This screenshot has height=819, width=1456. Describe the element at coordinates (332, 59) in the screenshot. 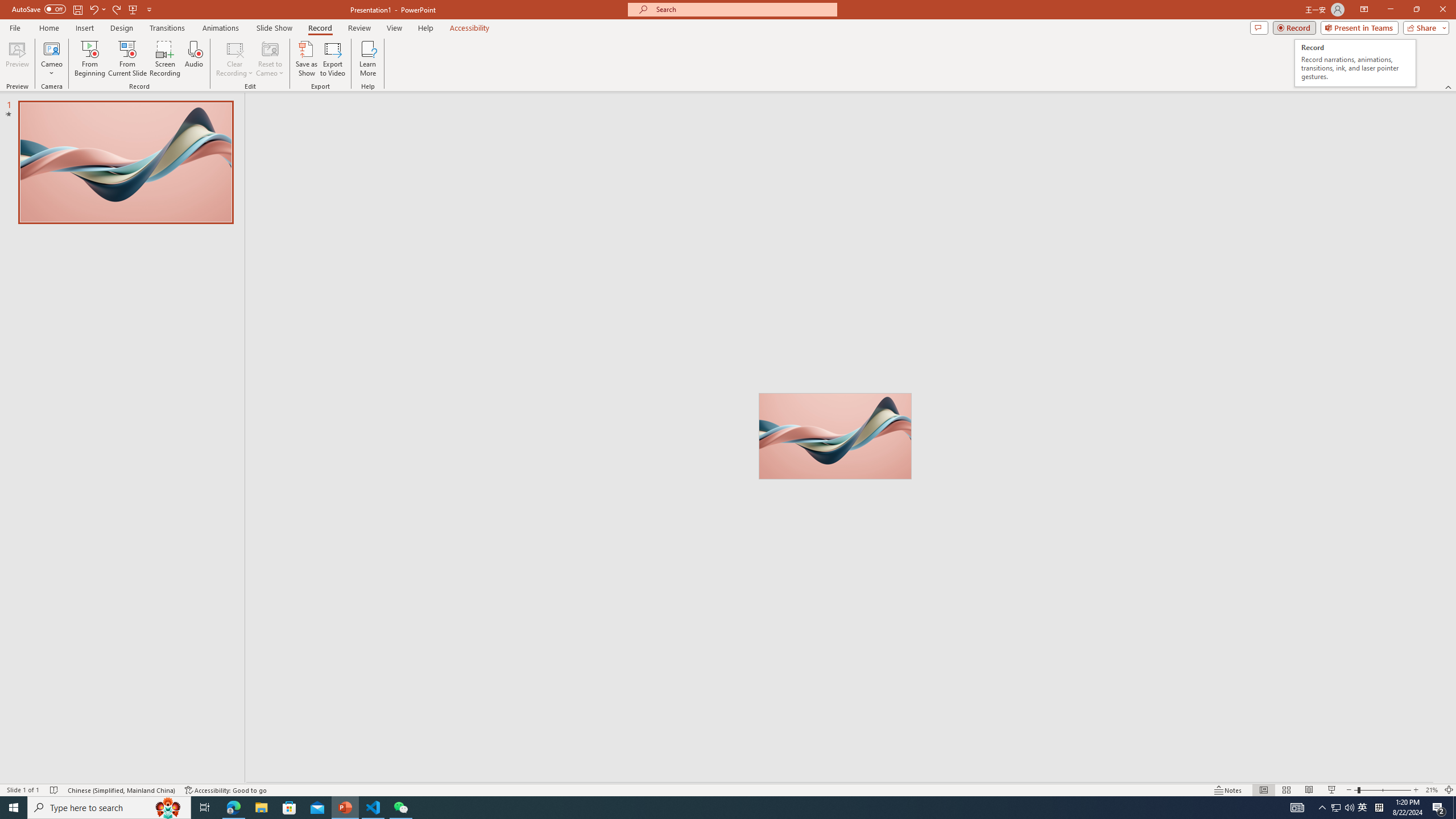

I see `'Export to Video'` at that location.